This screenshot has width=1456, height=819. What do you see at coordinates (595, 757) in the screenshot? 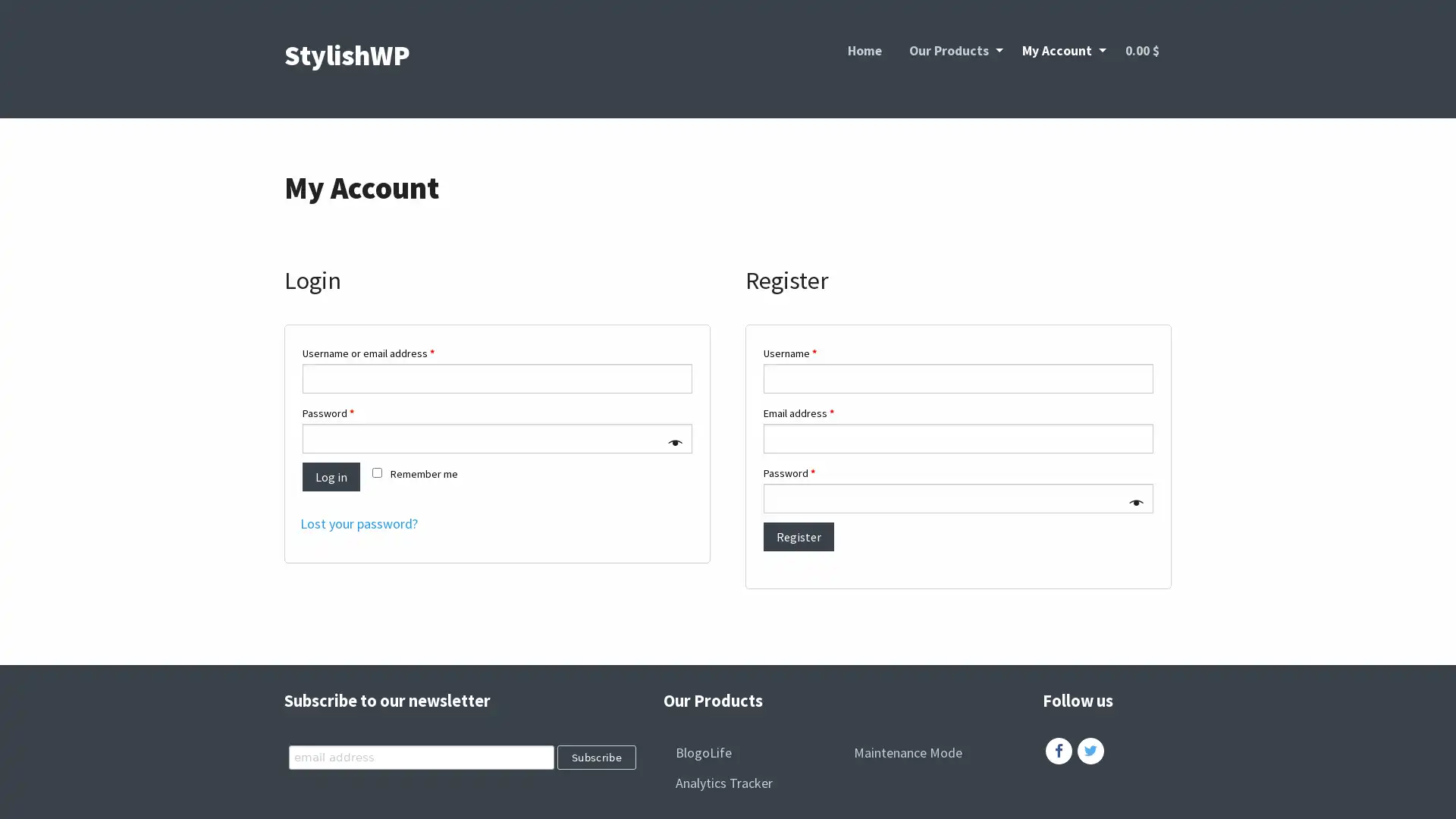
I see `Subscribe` at bounding box center [595, 757].